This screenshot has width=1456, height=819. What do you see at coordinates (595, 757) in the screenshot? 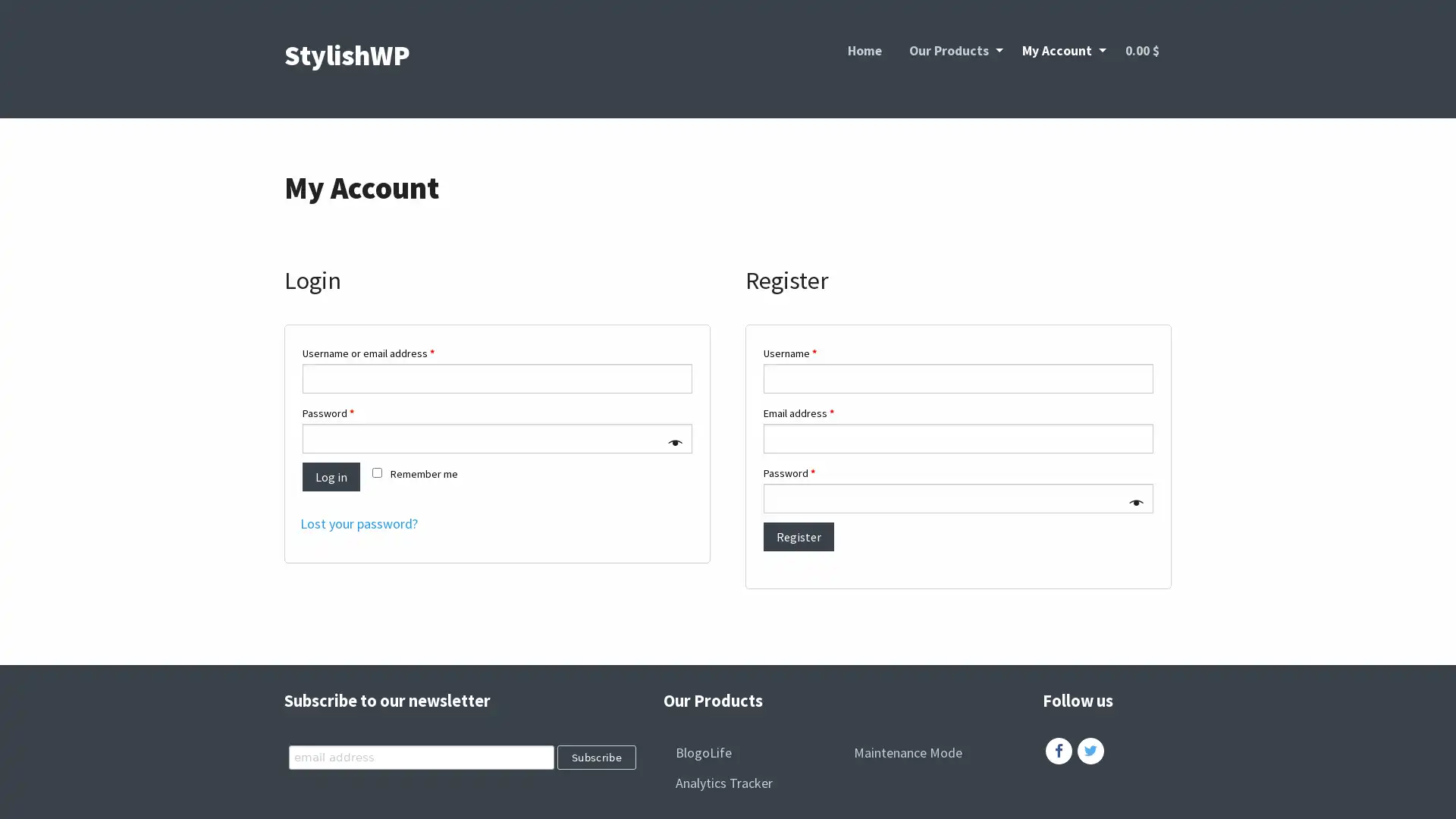
I see `Subscribe` at bounding box center [595, 757].